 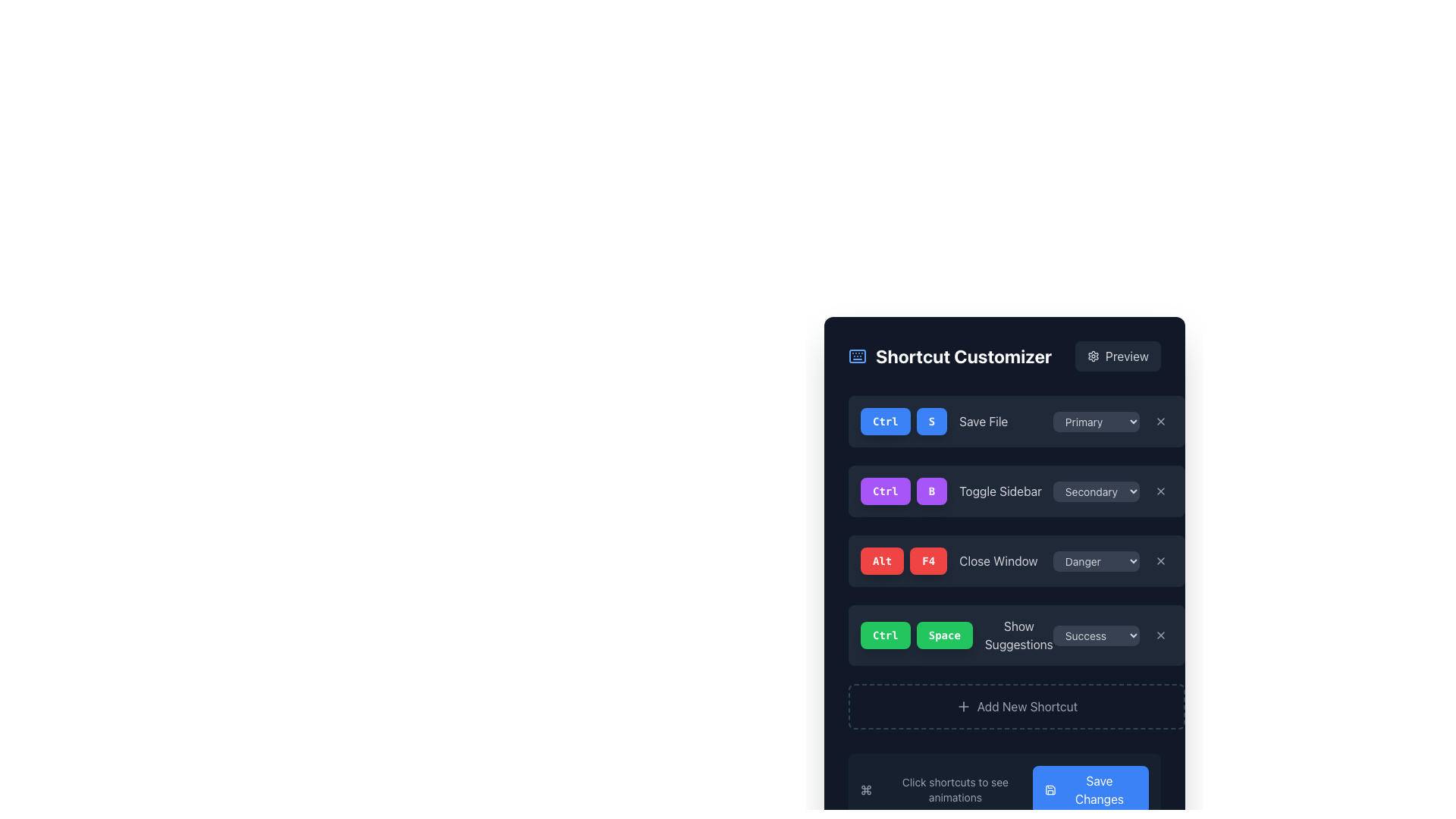 I want to click on the 'Shortcut Customizer' panel which includes the title and the 'Preview' button, so click(x=1004, y=356).